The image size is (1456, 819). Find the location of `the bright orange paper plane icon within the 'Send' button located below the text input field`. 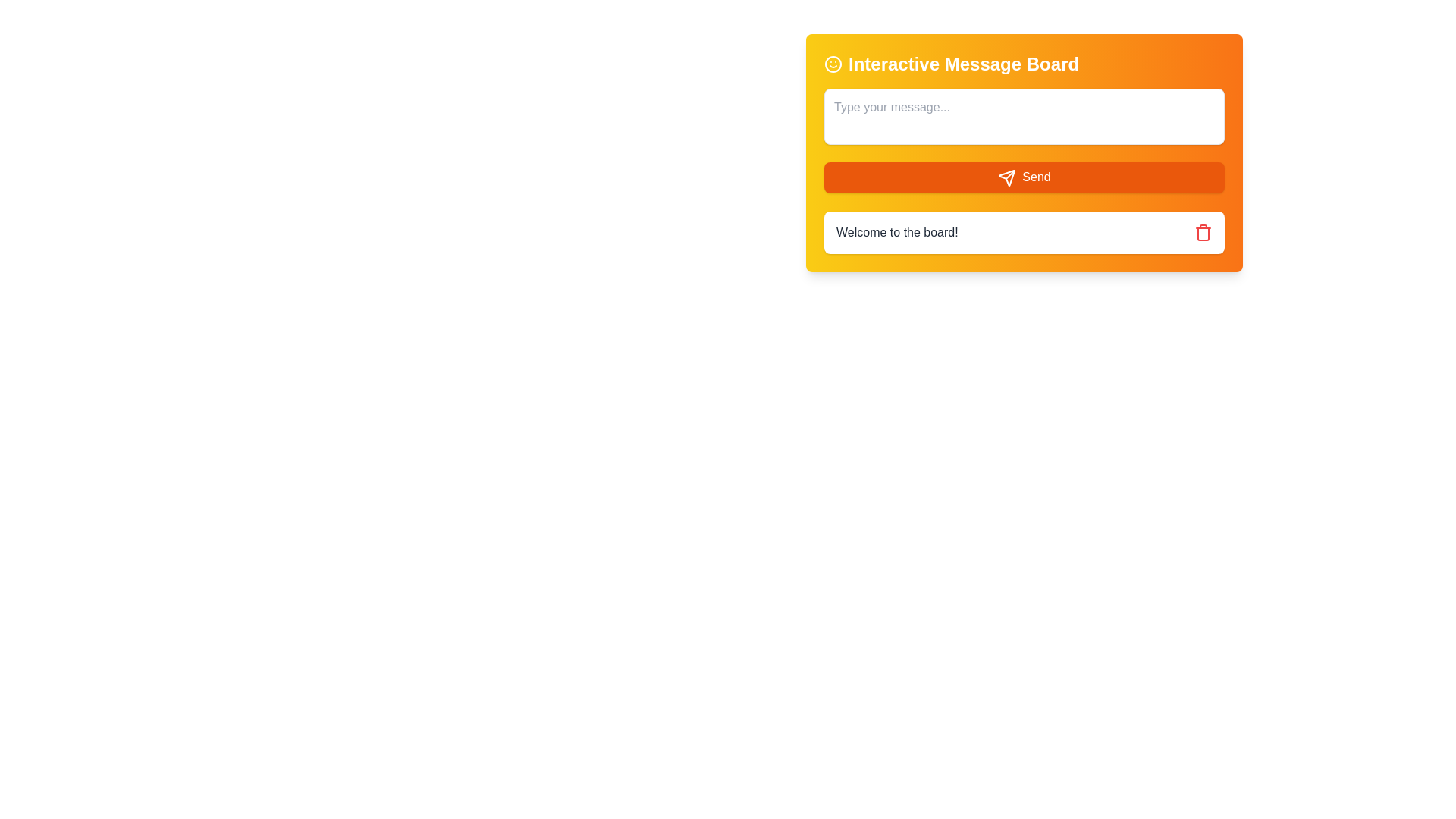

the bright orange paper plane icon within the 'Send' button located below the text input field is located at coordinates (1007, 177).